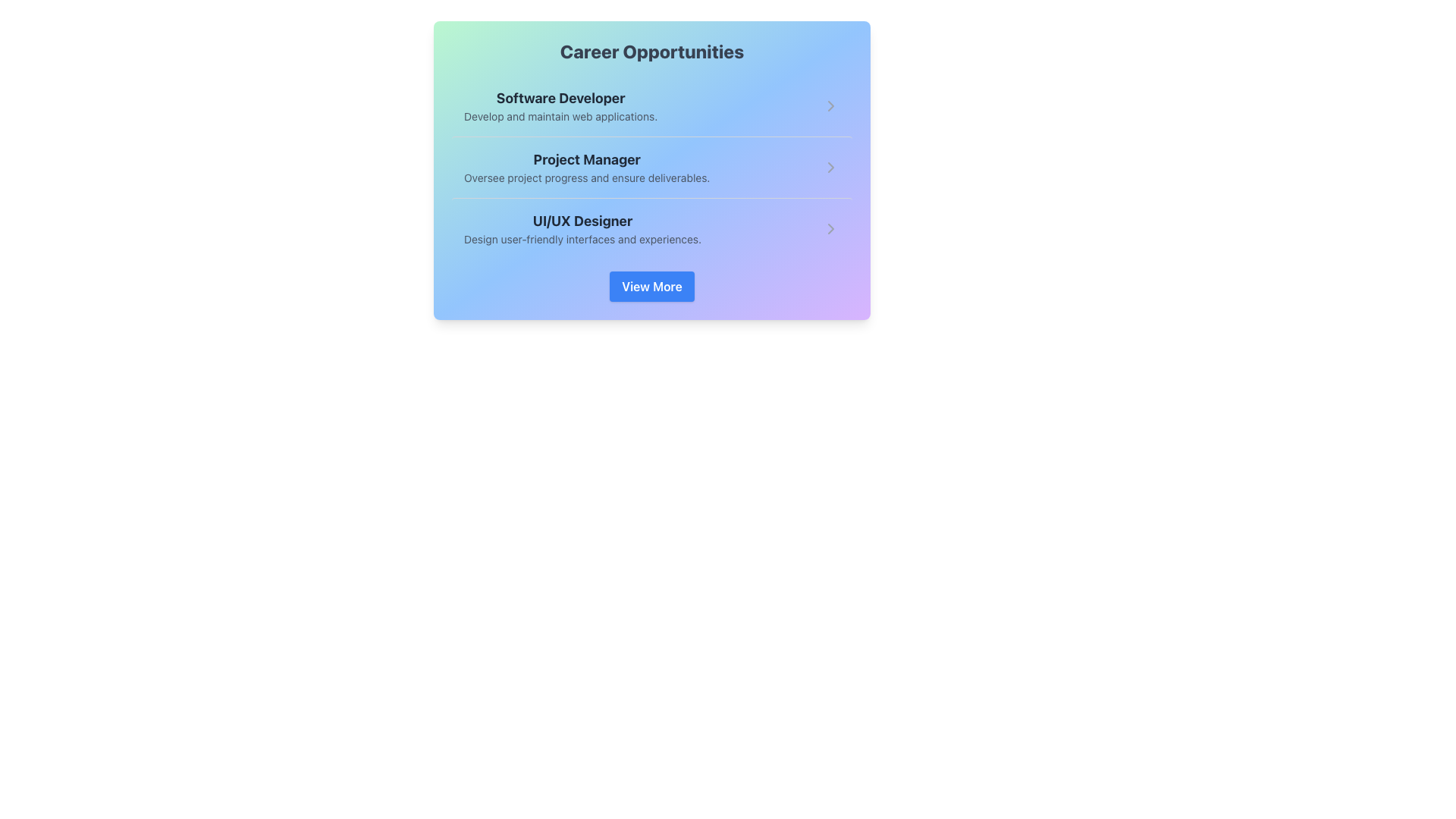  Describe the element at coordinates (651, 228) in the screenshot. I see `the List item element titled 'UI/UX Designer' which contains a bold title and descriptive text, located as the third item under 'Career Opportunities'` at that location.